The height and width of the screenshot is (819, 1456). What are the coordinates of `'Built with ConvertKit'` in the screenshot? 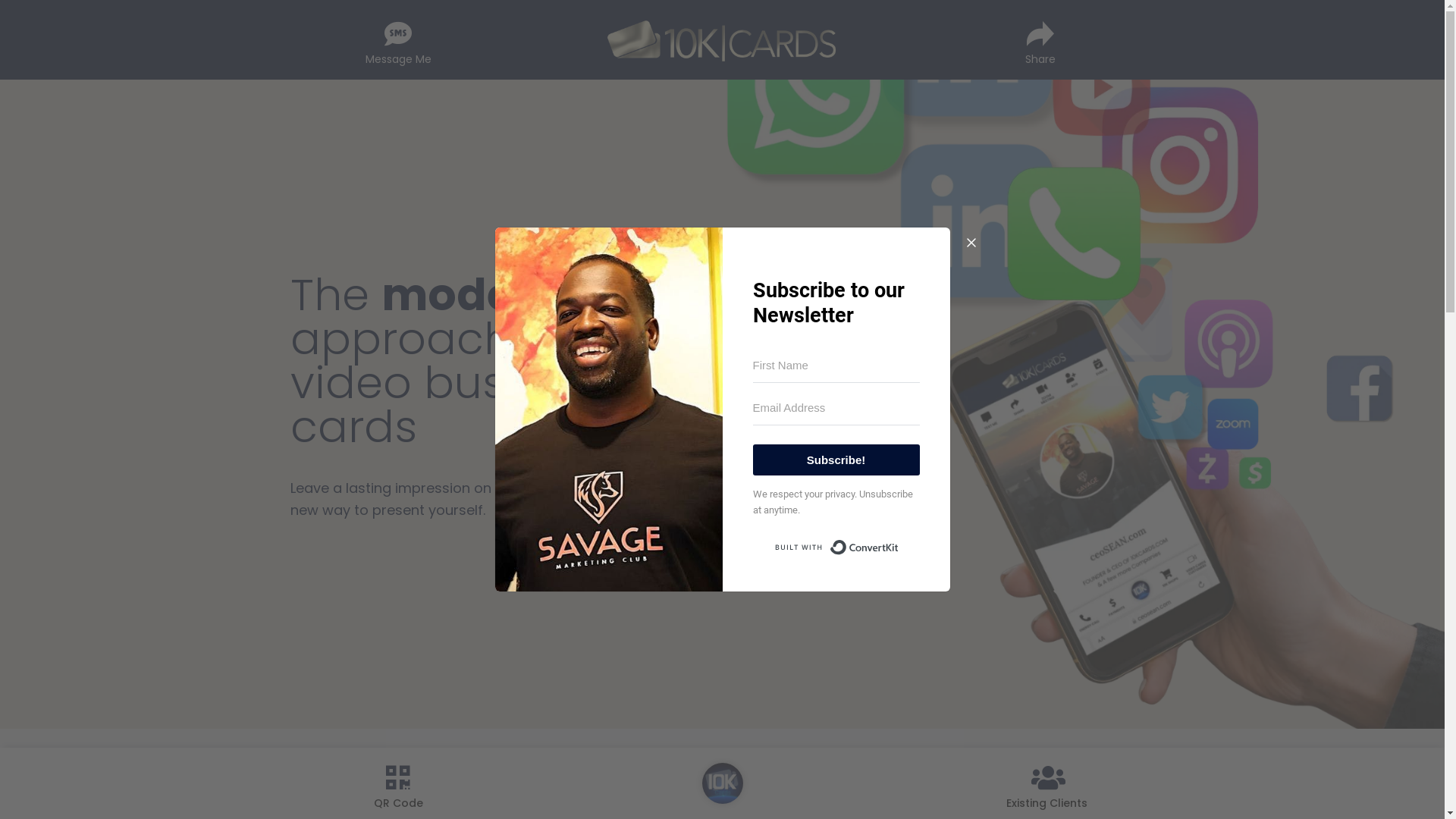 It's located at (773, 547).